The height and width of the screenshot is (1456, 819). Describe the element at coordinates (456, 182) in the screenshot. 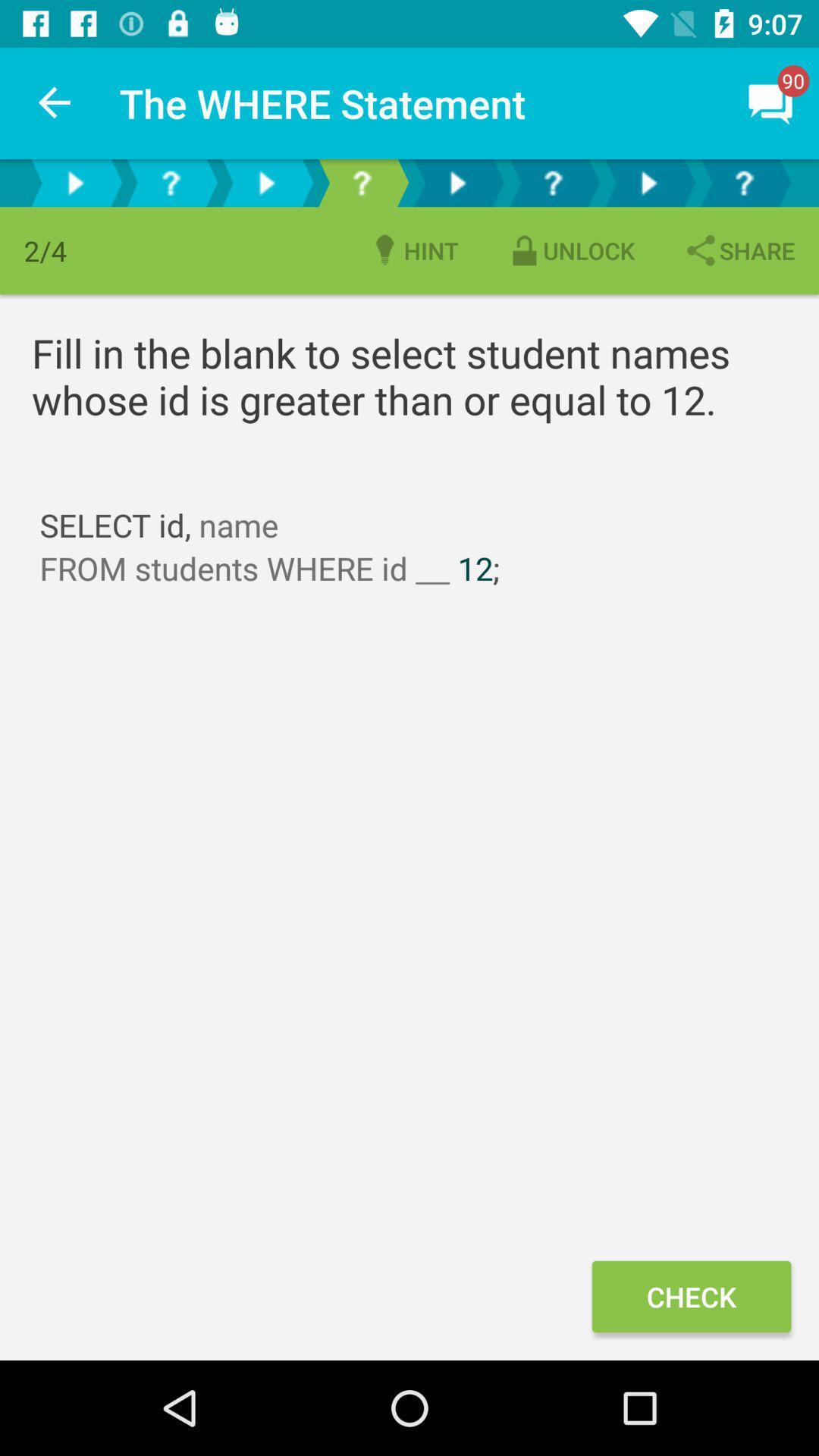

I see `the play icon` at that location.